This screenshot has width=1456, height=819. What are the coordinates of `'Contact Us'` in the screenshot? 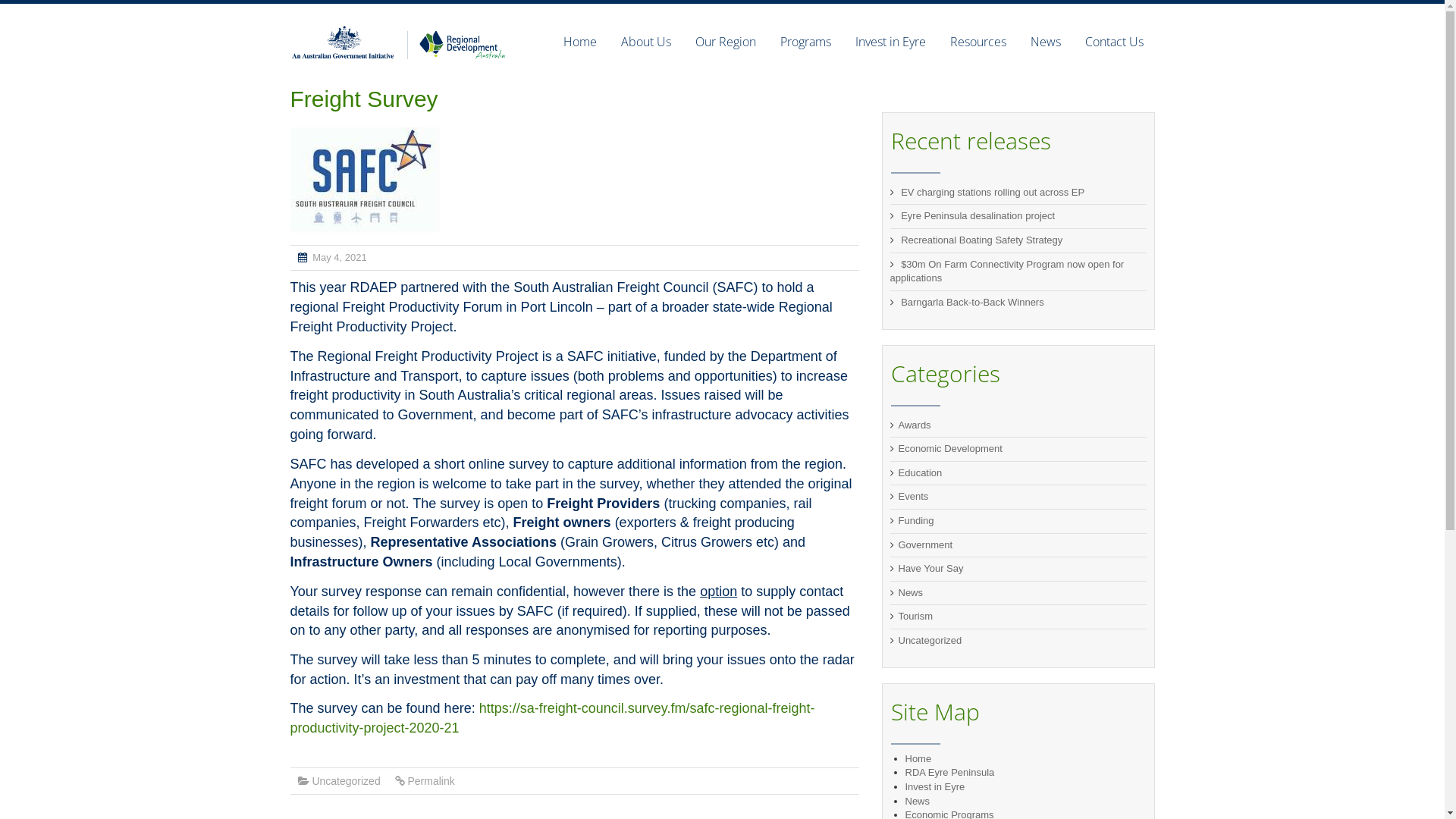 It's located at (1107, 40).